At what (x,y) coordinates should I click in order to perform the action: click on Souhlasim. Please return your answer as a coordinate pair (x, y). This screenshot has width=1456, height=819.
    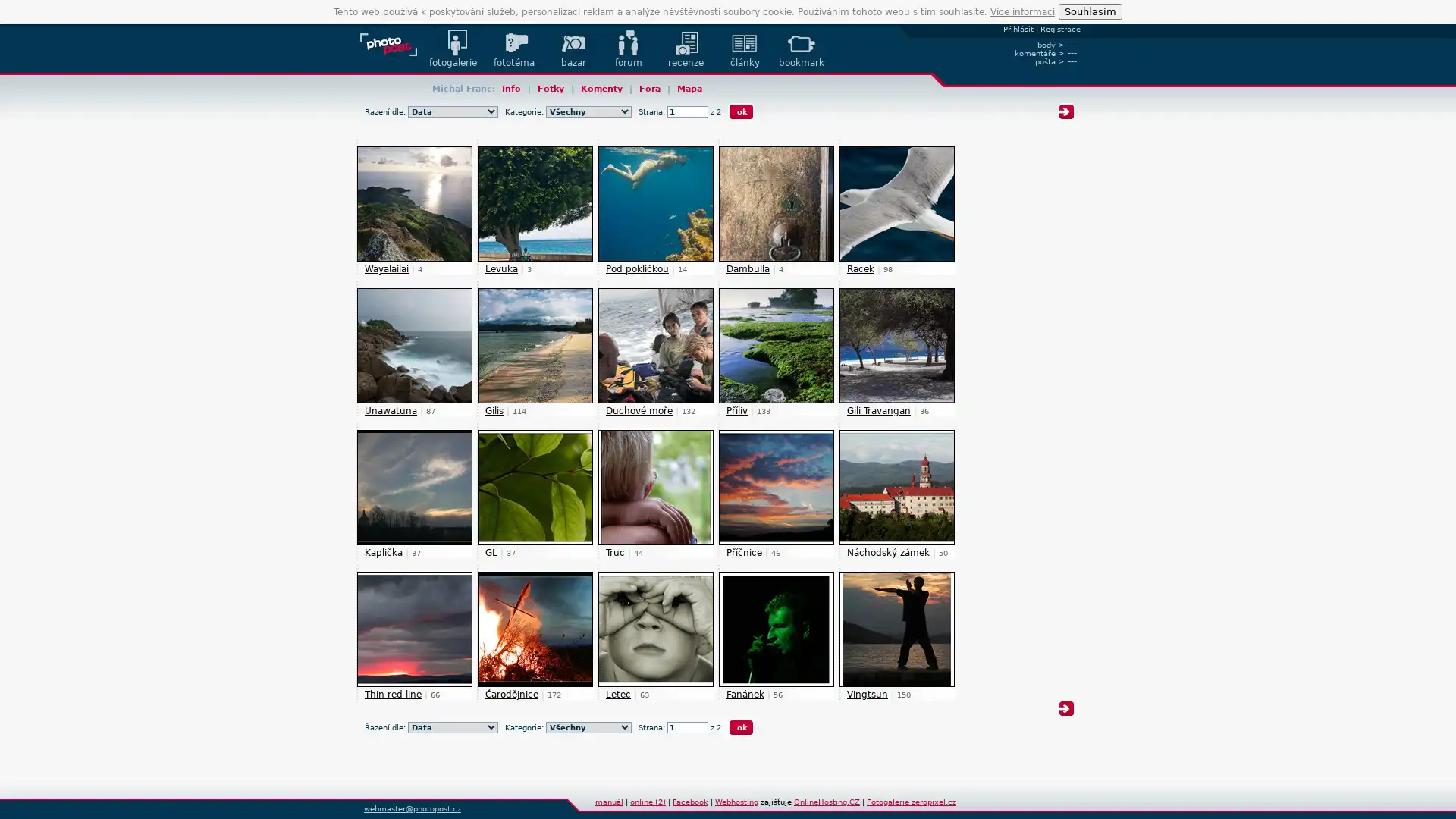
    Looking at the image, I should click on (1090, 11).